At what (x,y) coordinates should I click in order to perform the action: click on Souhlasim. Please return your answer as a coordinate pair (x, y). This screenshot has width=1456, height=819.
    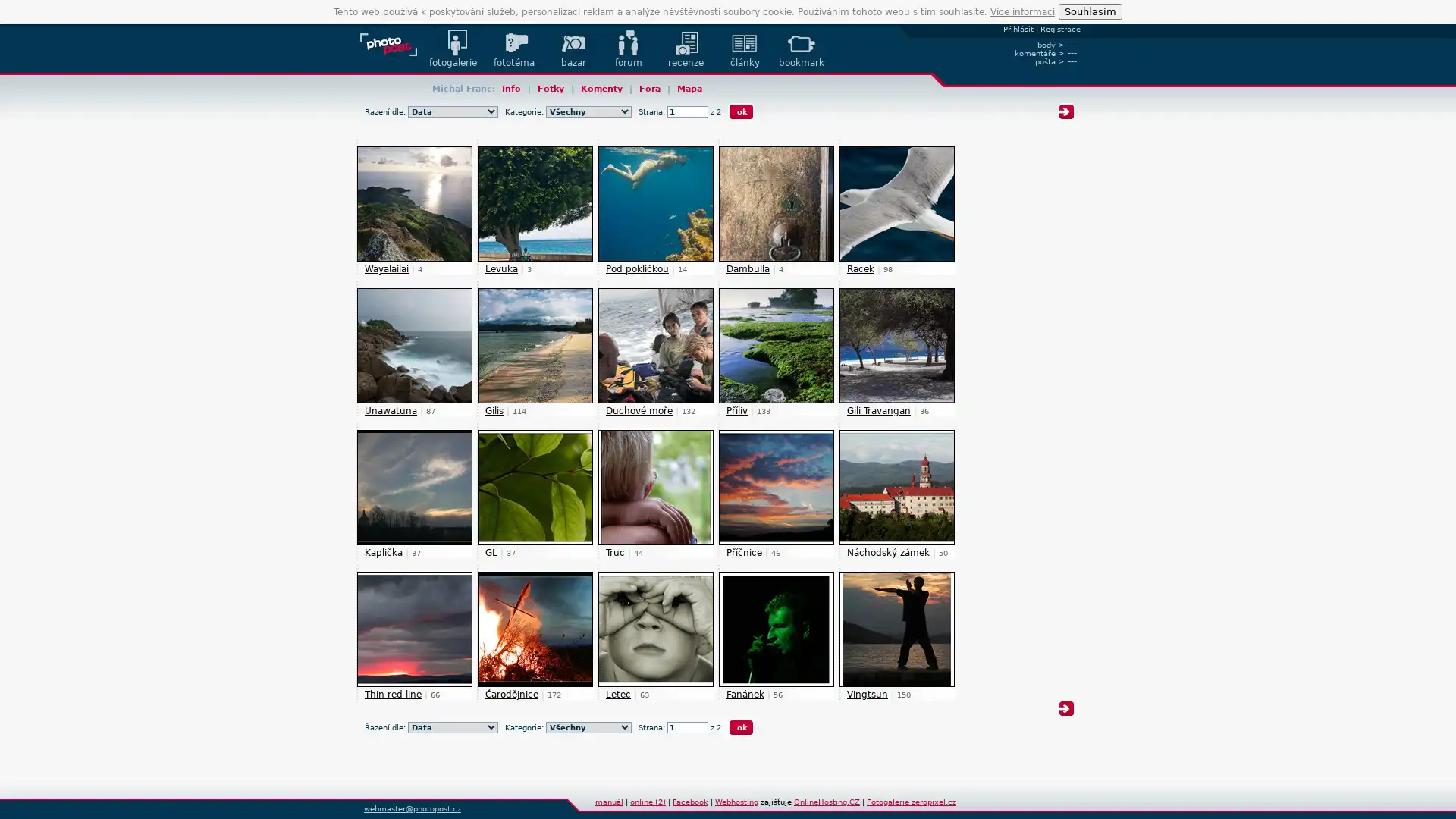
    Looking at the image, I should click on (1090, 11).